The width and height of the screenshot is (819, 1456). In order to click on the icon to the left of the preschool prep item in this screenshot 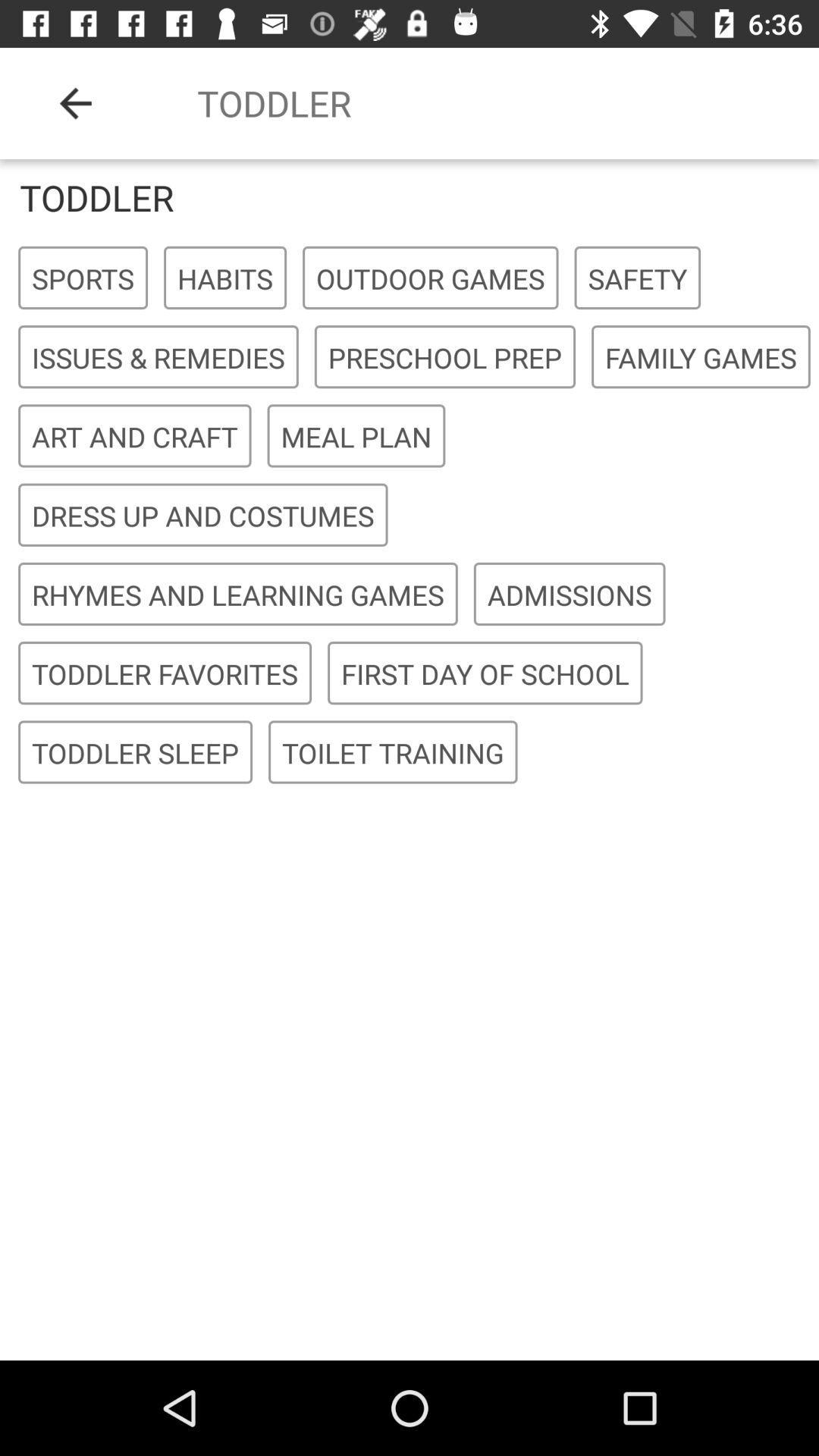, I will do `click(158, 356)`.